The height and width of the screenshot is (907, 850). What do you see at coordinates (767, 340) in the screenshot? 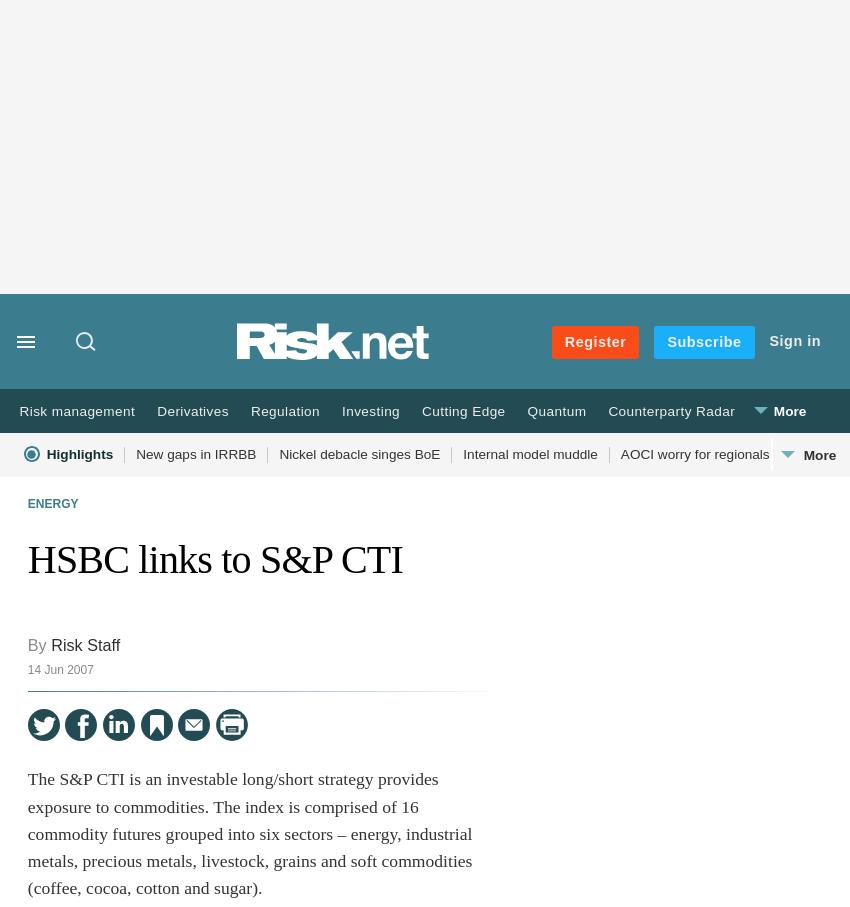
I see `'Sign in'` at bounding box center [767, 340].